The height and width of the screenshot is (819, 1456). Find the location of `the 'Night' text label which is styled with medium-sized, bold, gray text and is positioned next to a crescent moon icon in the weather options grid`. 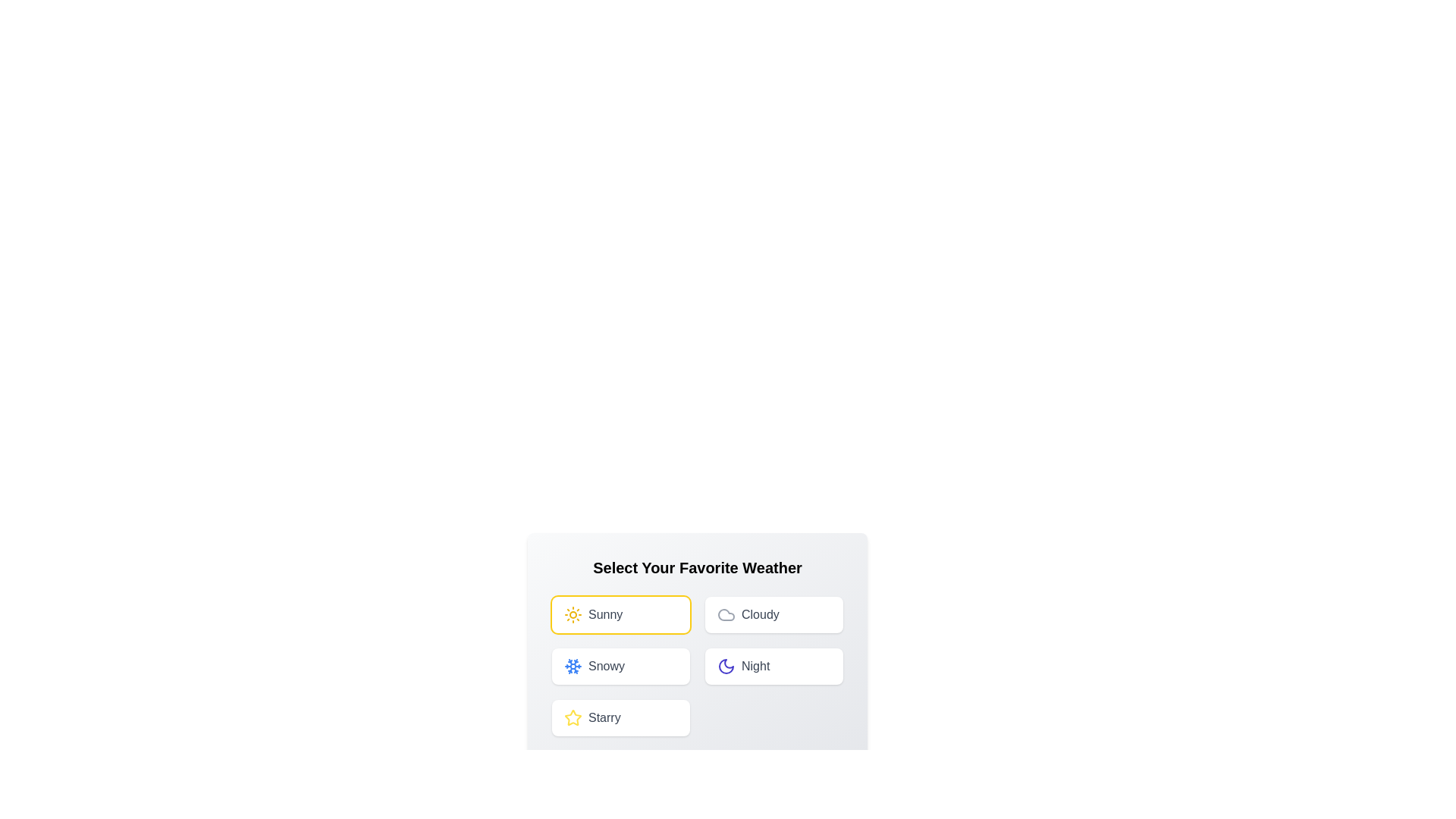

the 'Night' text label which is styled with medium-sized, bold, gray text and is positioned next to a crescent moon icon in the weather options grid is located at coordinates (755, 666).